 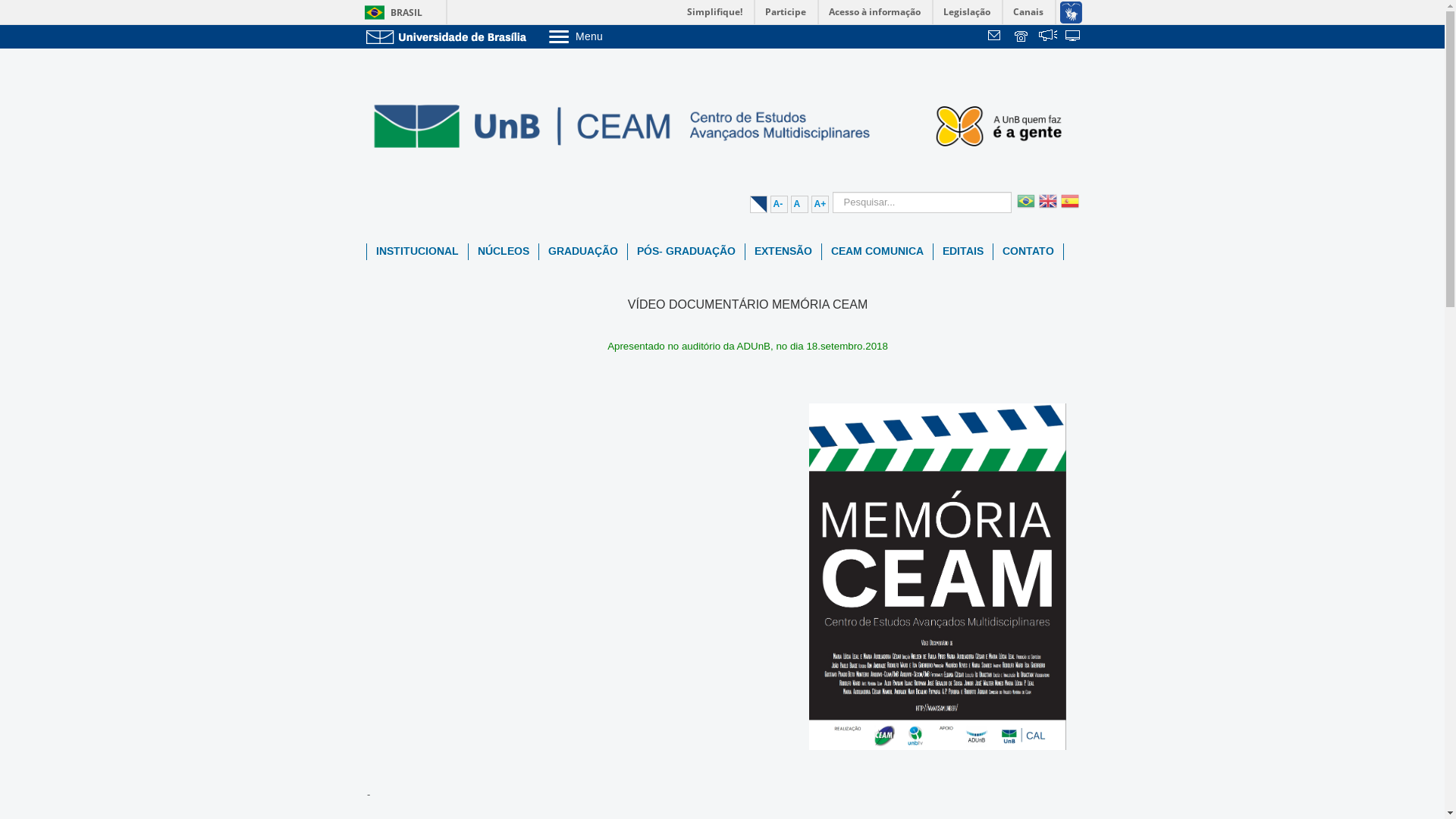 I want to click on 'A-', so click(x=770, y=203).